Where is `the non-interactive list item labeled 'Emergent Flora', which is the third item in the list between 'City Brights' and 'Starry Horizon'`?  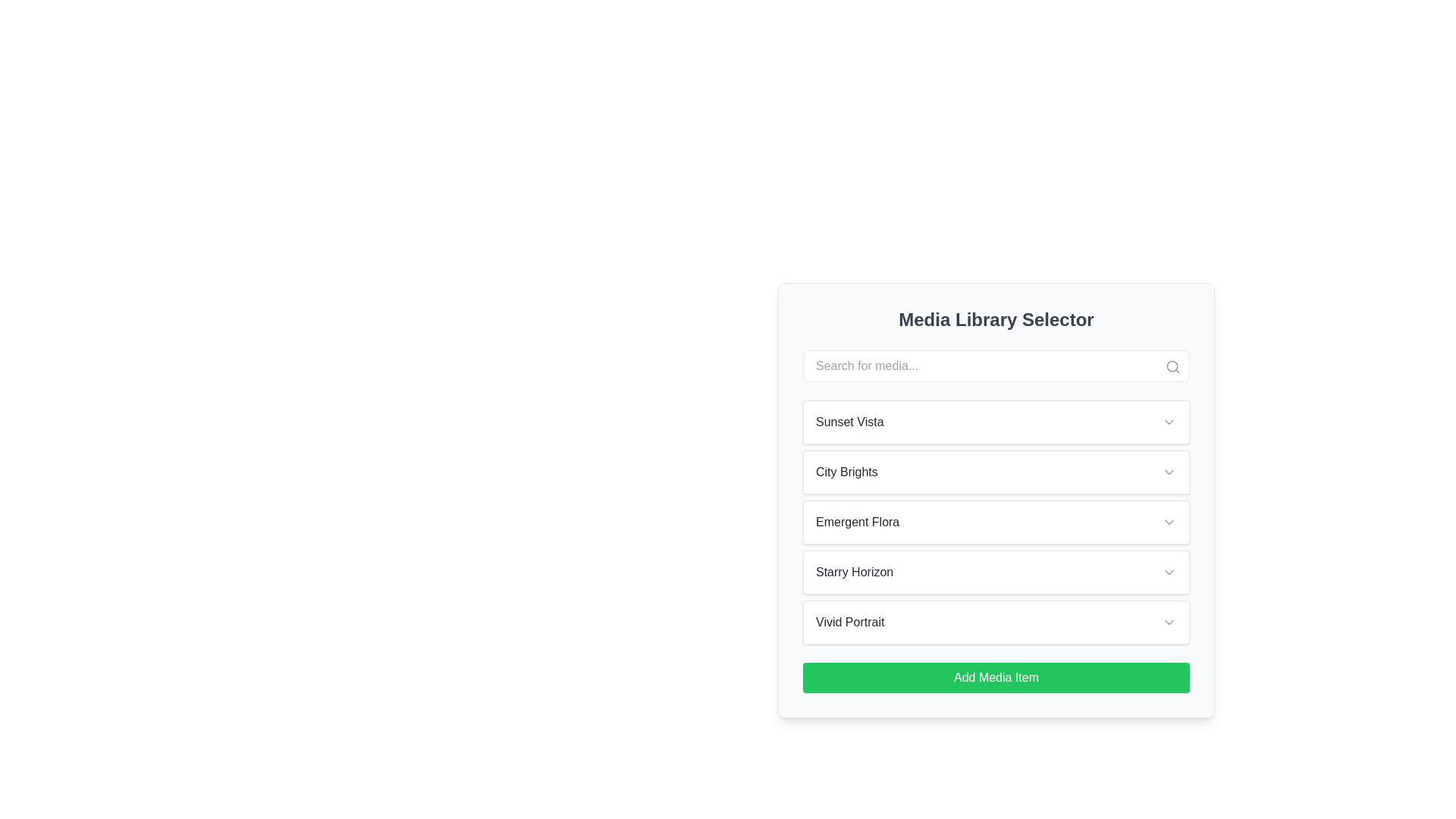 the non-interactive list item labeled 'Emergent Flora', which is the third item in the list between 'City Brights' and 'Starry Horizon' is located at coordinates (996, 522).